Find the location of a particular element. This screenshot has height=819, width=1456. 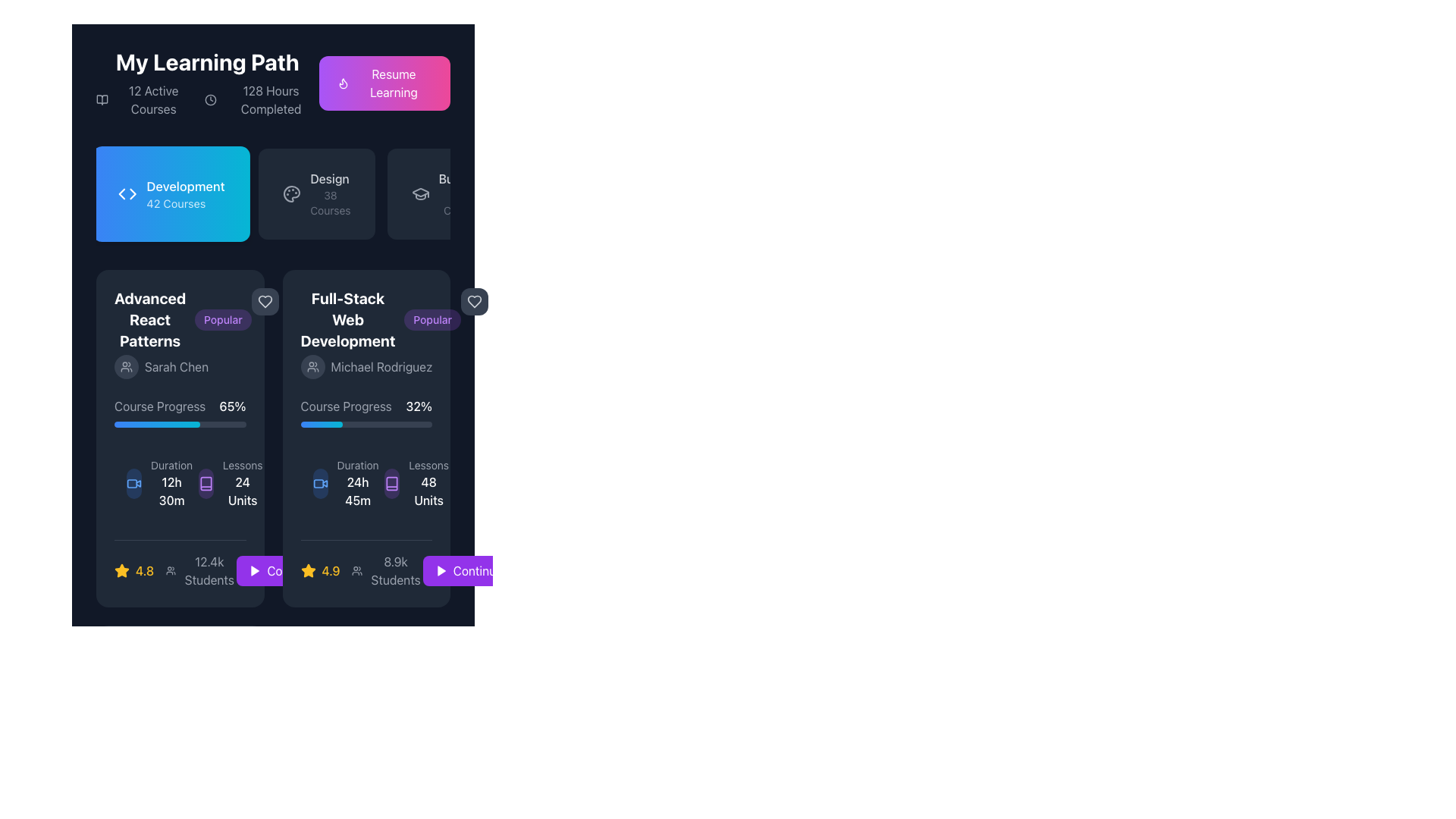

the heart icon in the header section of the 'Advanced React Patterns' course card to favorite the course is located at coordinates (265, 301).